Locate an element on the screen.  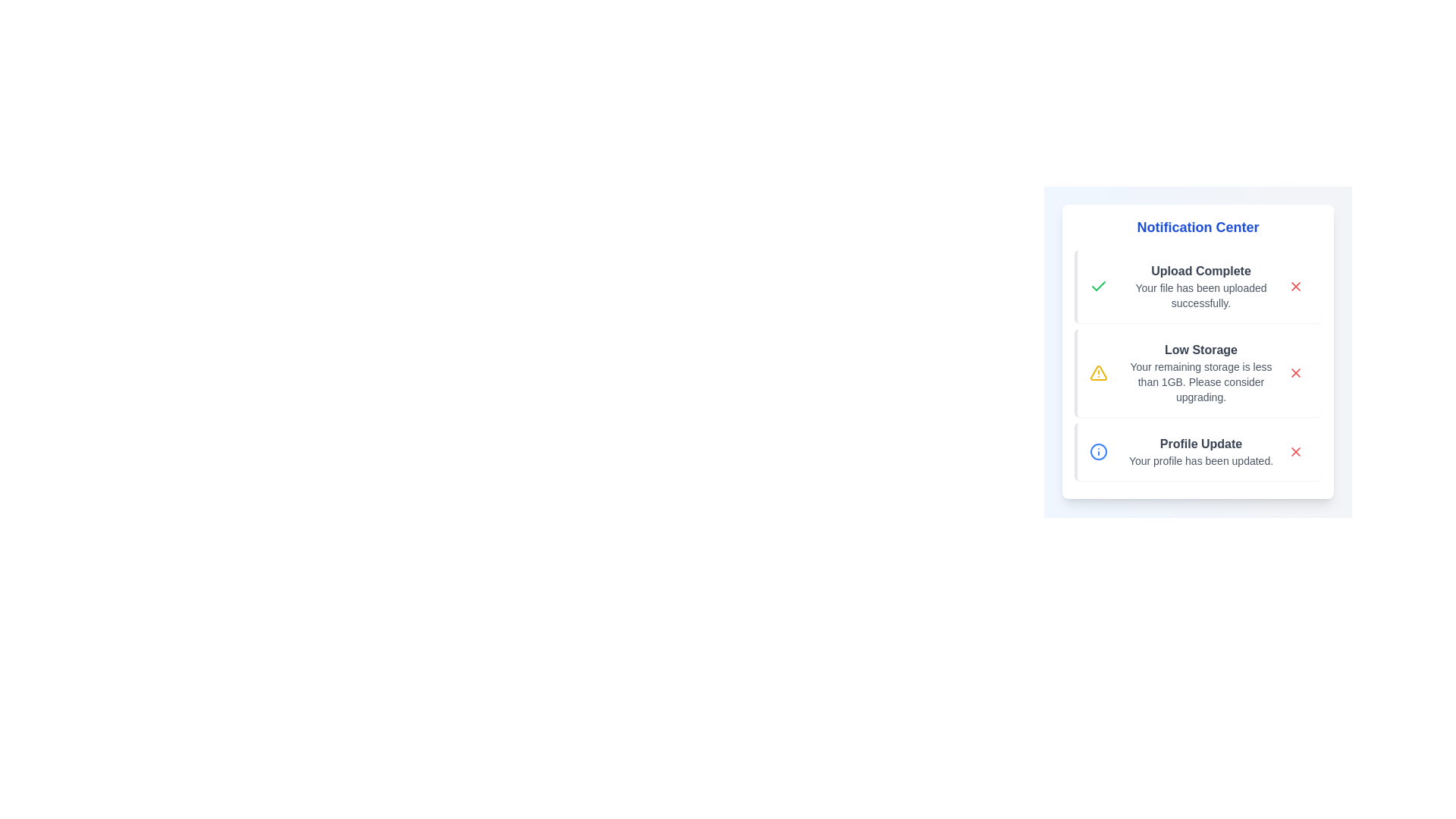
the text label indicating the completion status of an upload operation, which is located at the top of a notification card in the notification panel is located at coordinates (1200, 270).